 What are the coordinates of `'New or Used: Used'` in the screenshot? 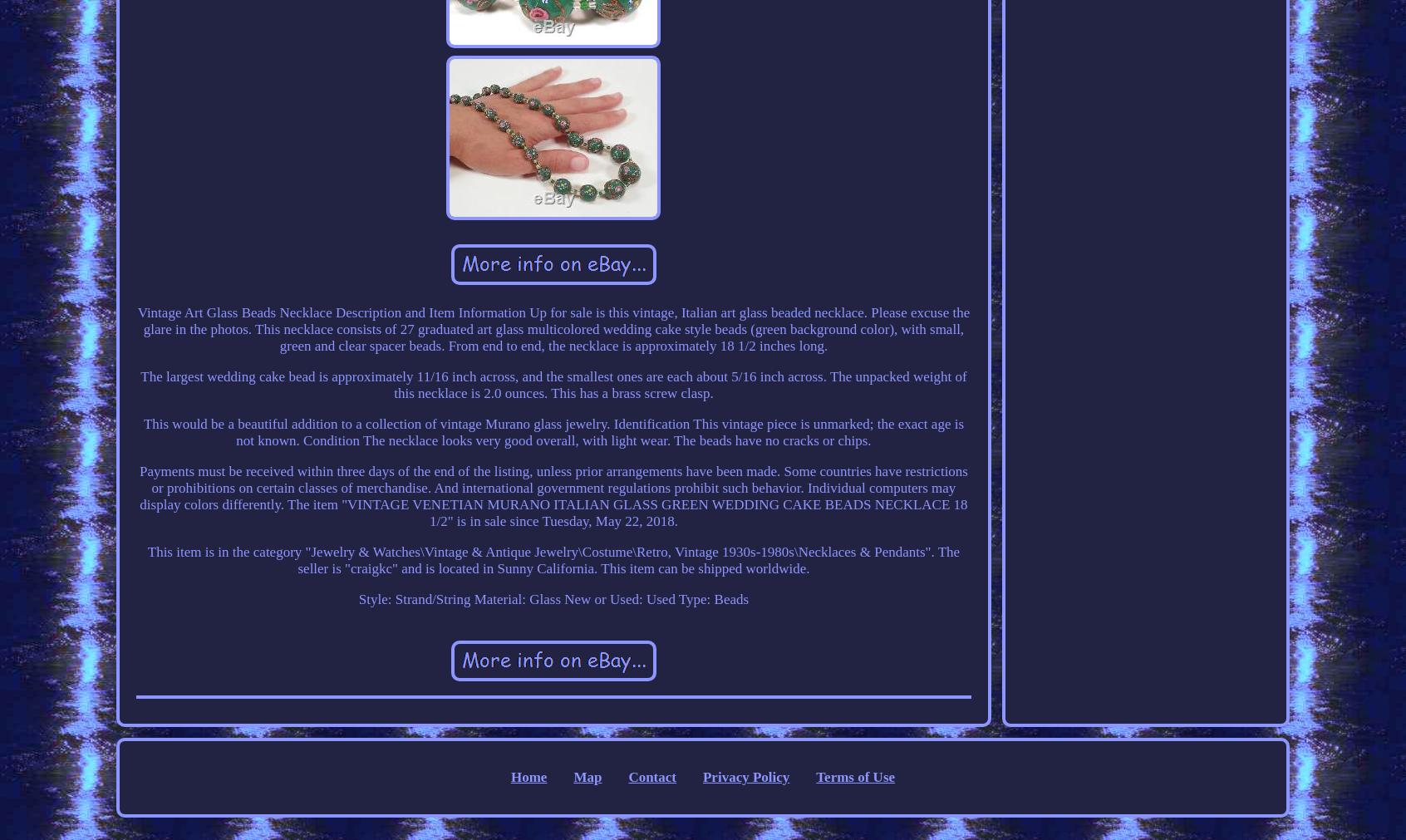 It's located at (563, 597).